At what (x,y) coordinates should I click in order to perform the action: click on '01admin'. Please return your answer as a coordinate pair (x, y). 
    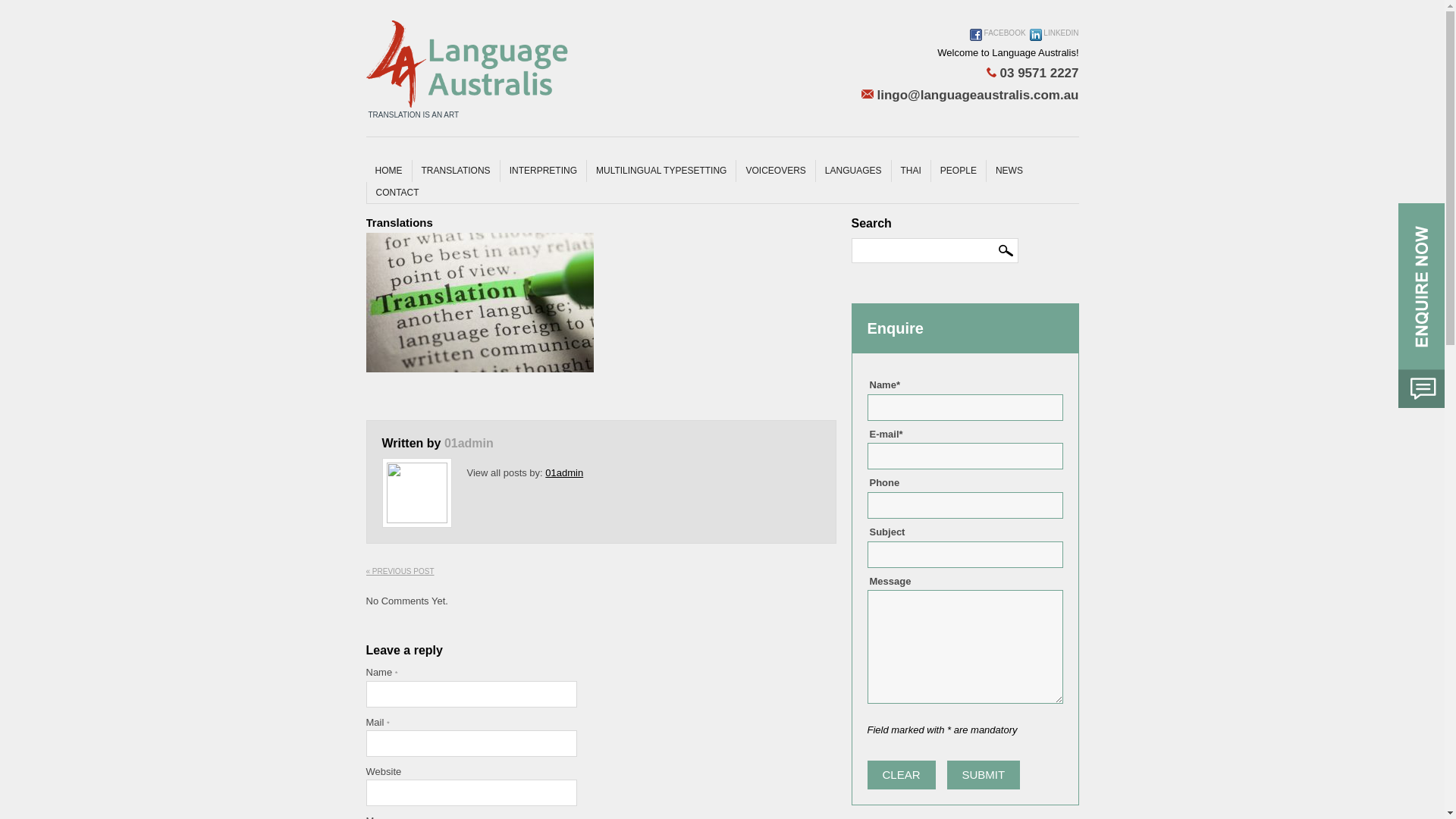
    Looking at the image, I should click on (545, 472).